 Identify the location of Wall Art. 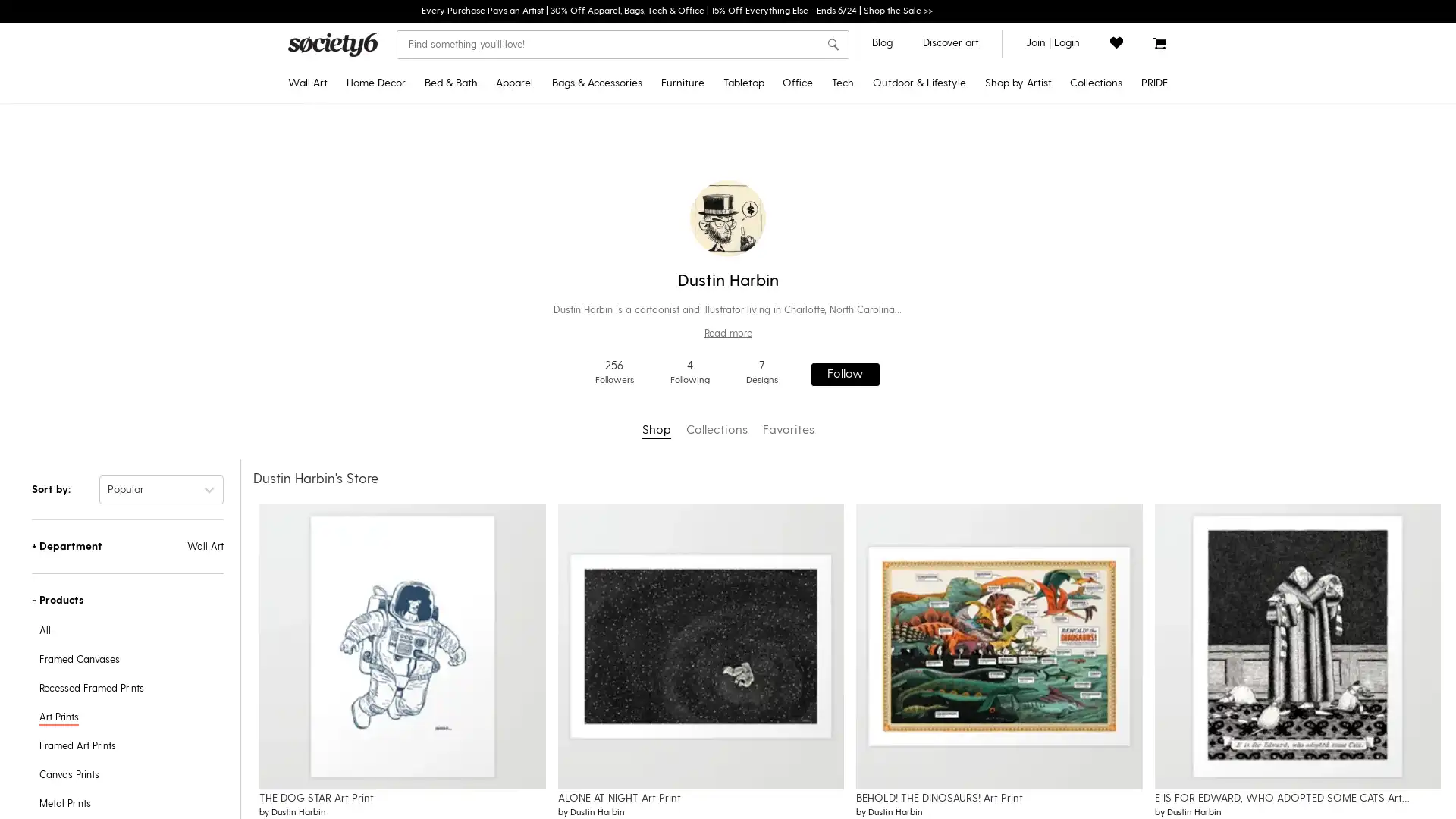
(307, 83).